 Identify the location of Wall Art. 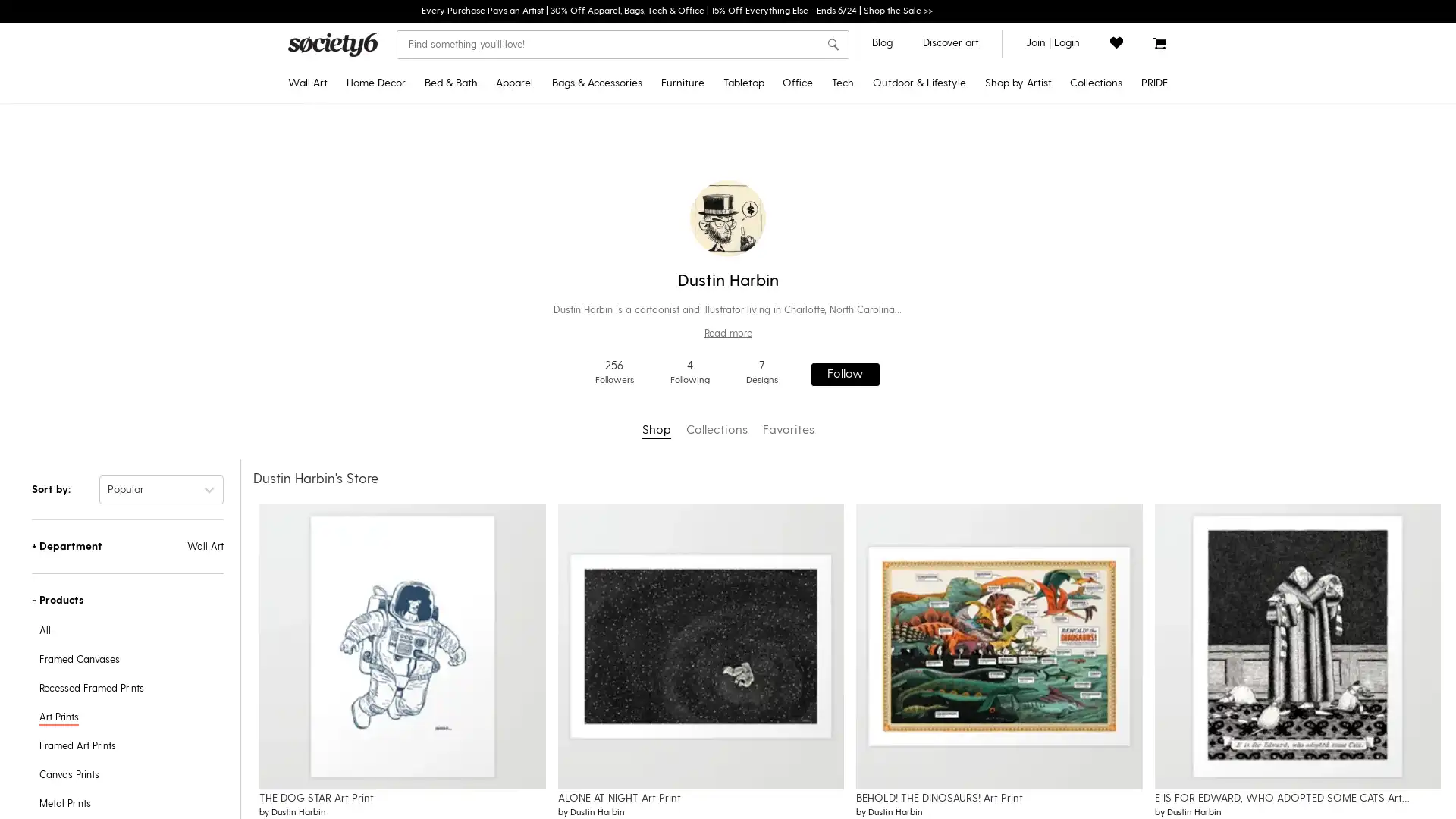
(307, 83).